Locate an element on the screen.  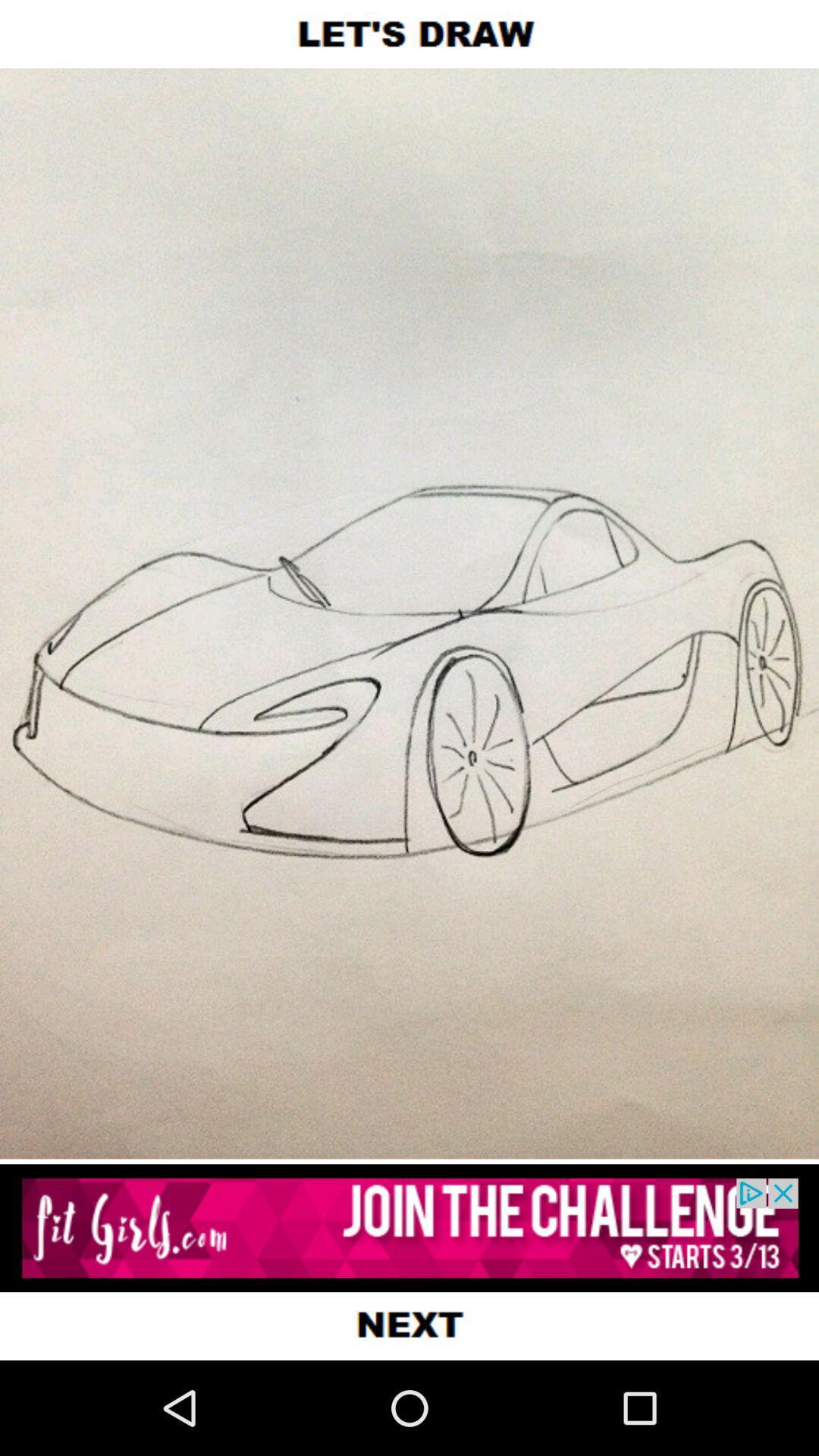
next image is located at coordinates (409, 1325).